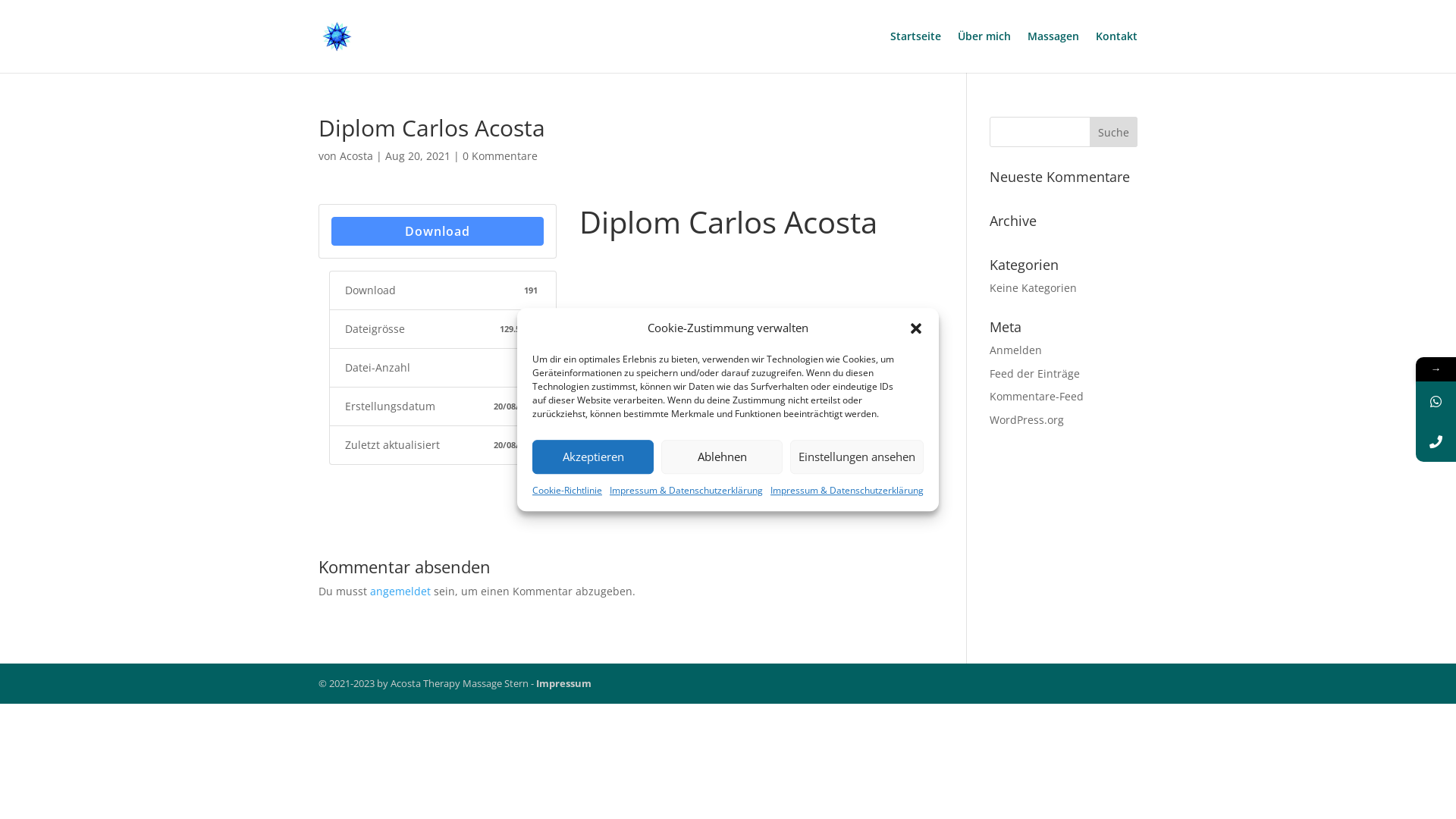 The height and width of the screenshot is (819, 1456). I want to click on 'WordPress.org', so click(990, 419).